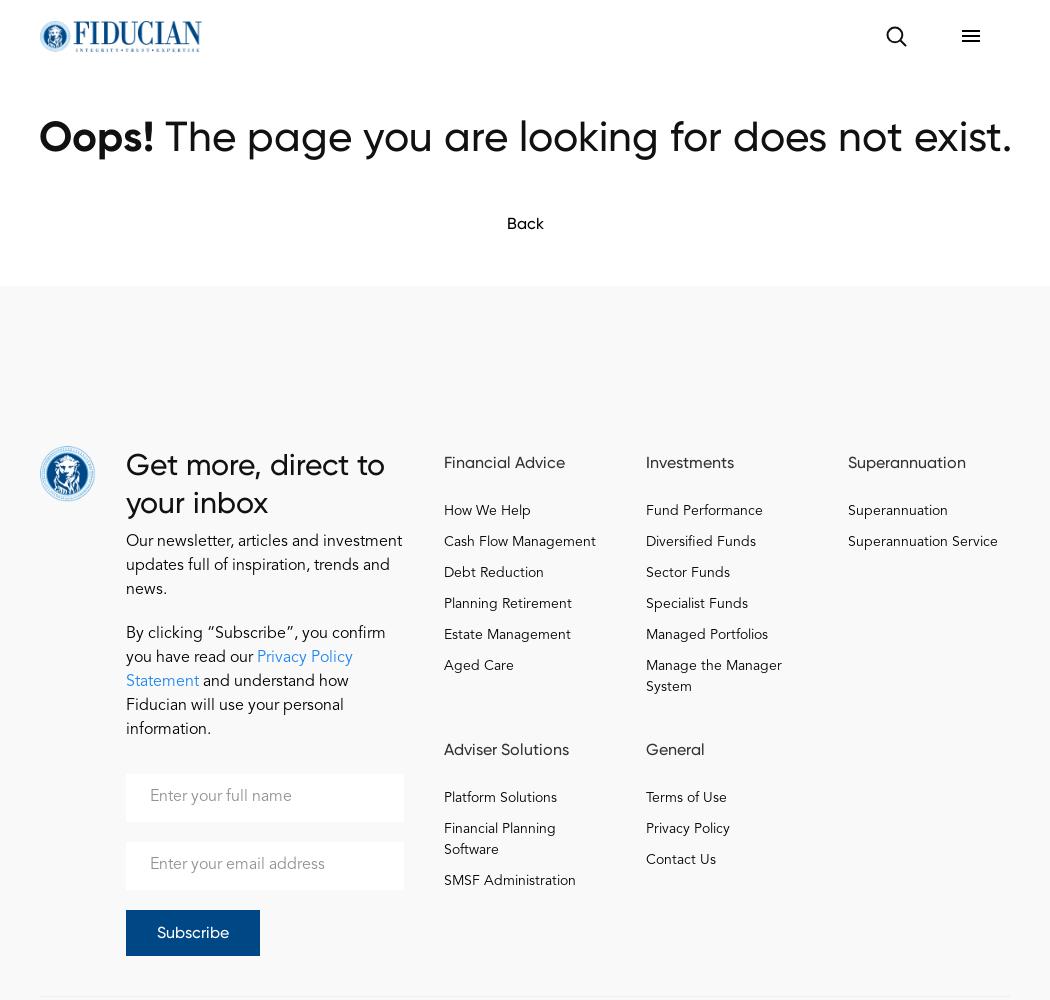  I want to click on 'Terms of Use', so click(686, 798).